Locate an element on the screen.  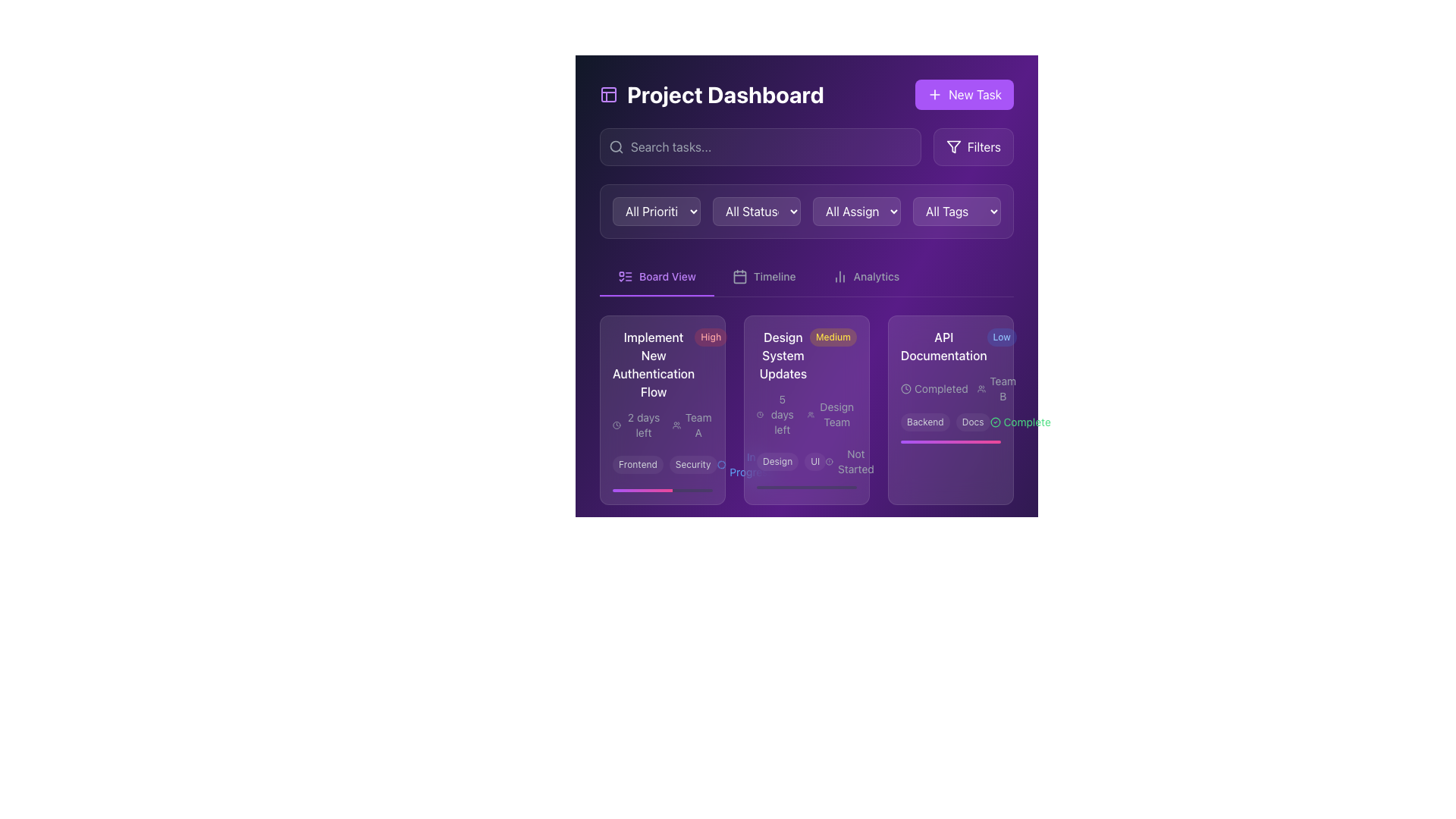
the 'DevOps' label with the group icon, which is a small gray text adjacent to a thin line icon, located at the bottom section of the interface is located at coordinates (974, 604).